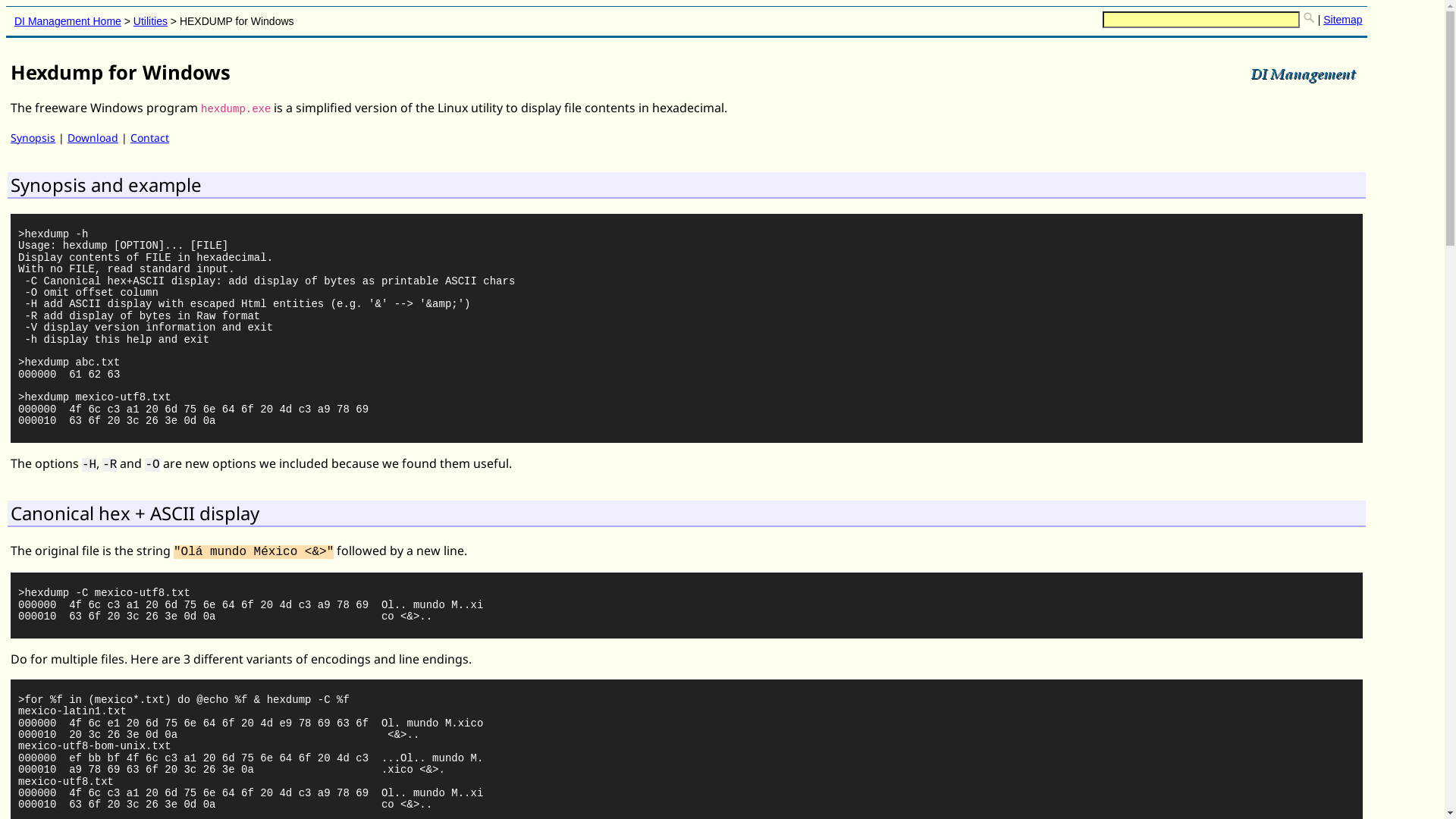 The image size is (1456, 819). I want to click on 'Download', so click(92, 137).